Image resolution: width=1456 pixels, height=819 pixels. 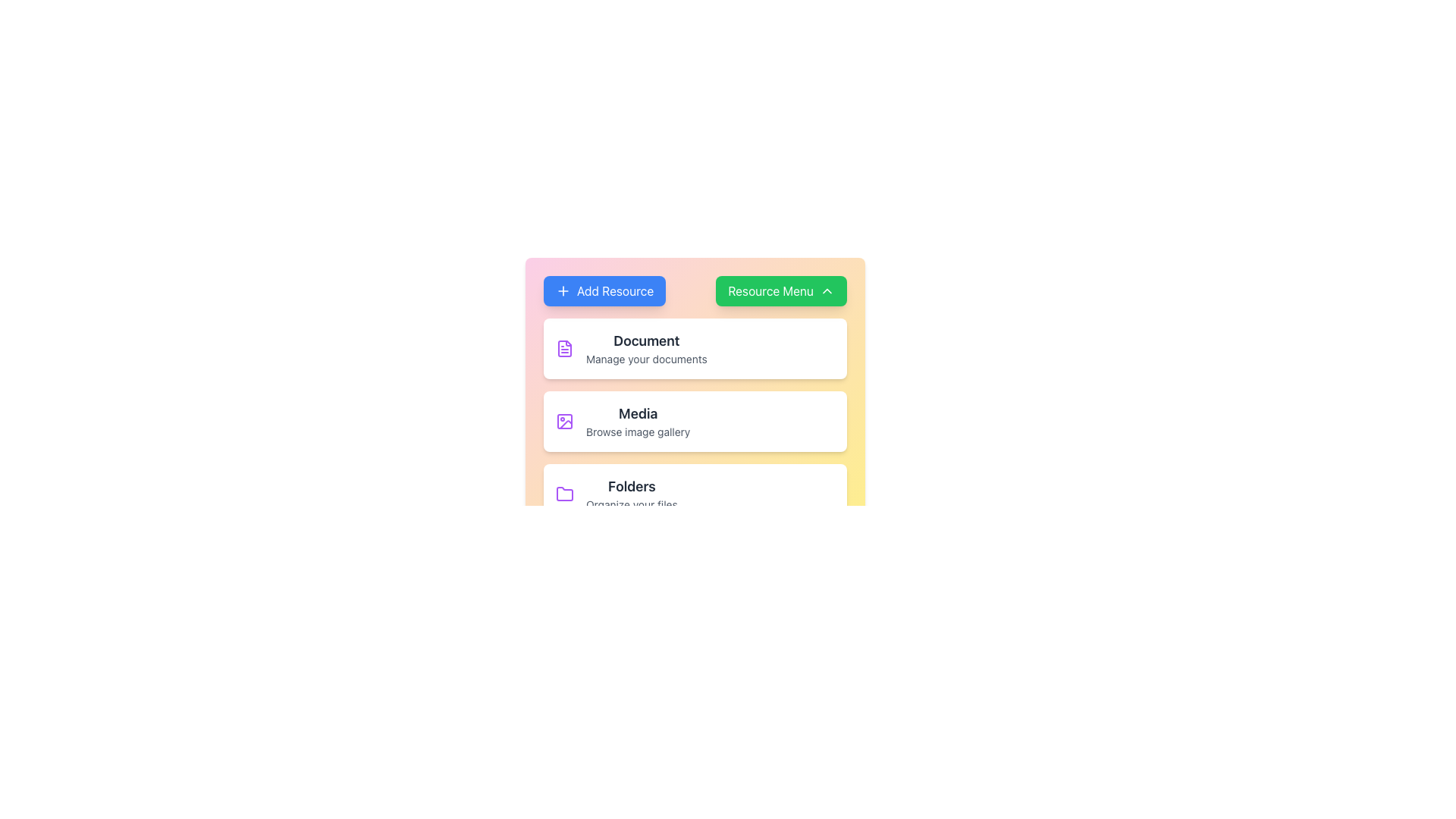 I want to click on the upward-pointing chevron icon located to the right of the 'Resource Menu' text, so click(x=826, y=291).